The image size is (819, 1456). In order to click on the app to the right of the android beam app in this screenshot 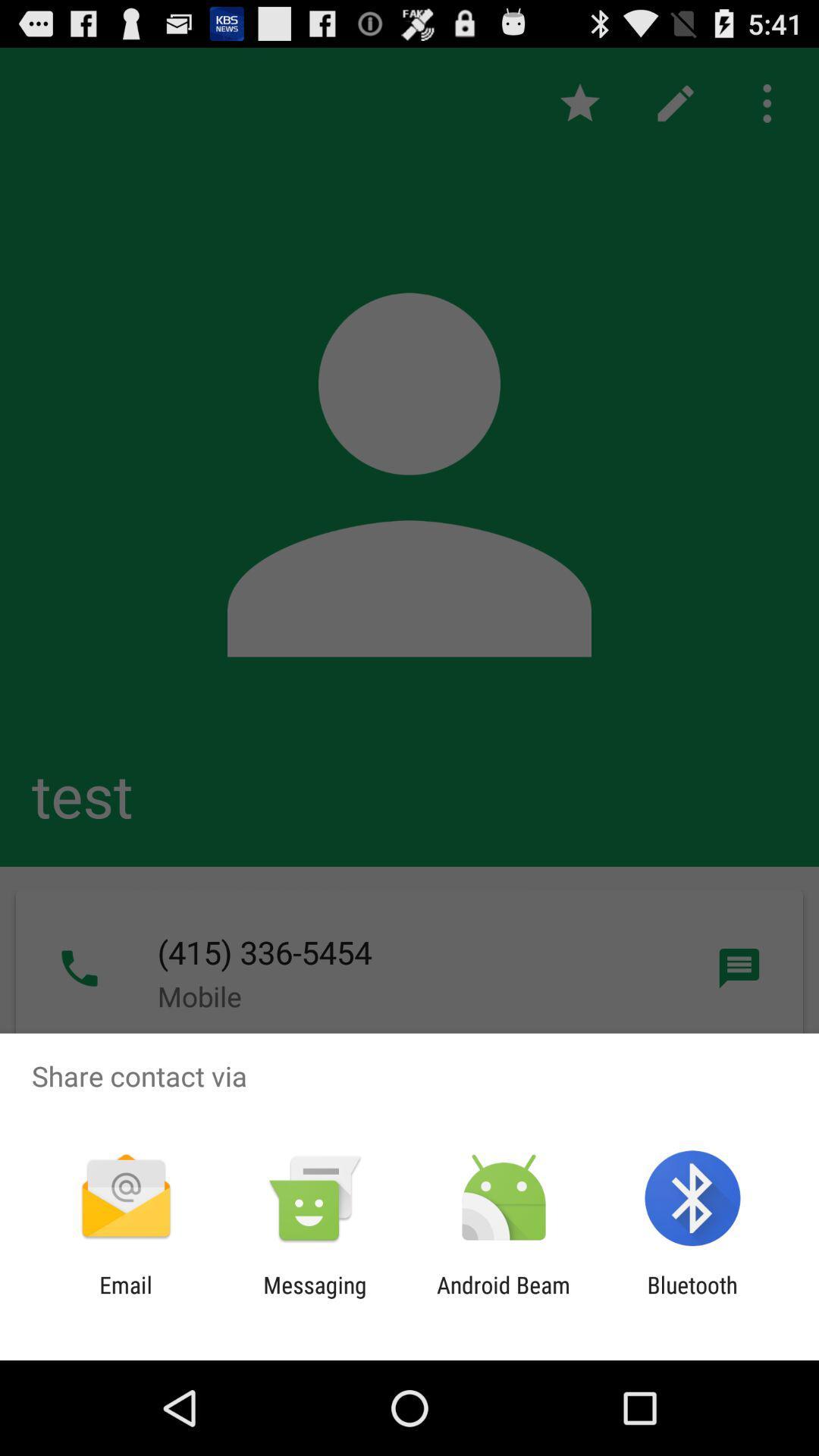, I will do `click(692, 1298)`.